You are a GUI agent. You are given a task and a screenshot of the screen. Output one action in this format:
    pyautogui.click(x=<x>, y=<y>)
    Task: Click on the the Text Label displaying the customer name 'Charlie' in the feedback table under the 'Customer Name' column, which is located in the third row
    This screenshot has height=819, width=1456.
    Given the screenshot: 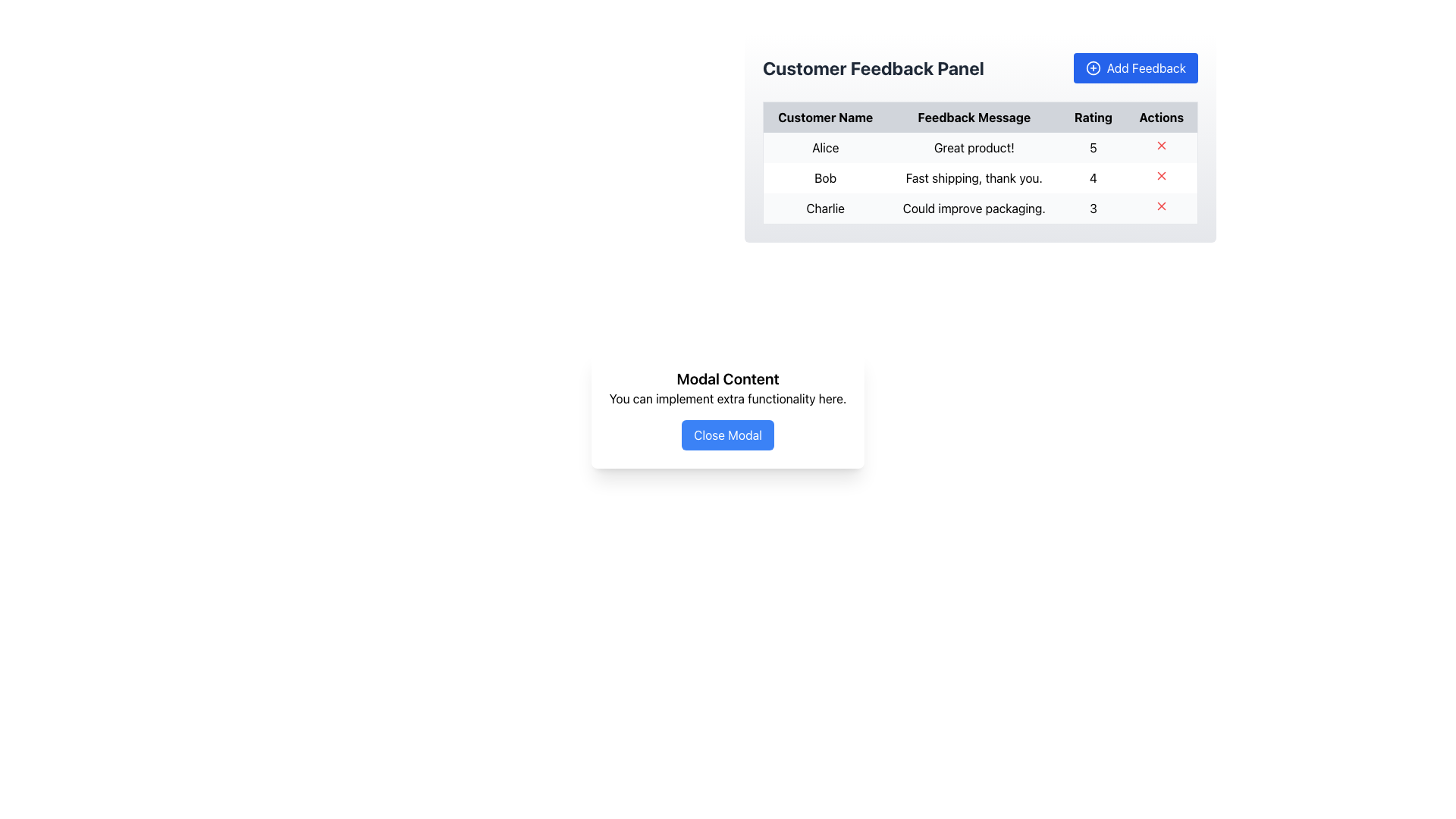 What is the action you would take?
    pyautogui.click(x=824, y=209)
    